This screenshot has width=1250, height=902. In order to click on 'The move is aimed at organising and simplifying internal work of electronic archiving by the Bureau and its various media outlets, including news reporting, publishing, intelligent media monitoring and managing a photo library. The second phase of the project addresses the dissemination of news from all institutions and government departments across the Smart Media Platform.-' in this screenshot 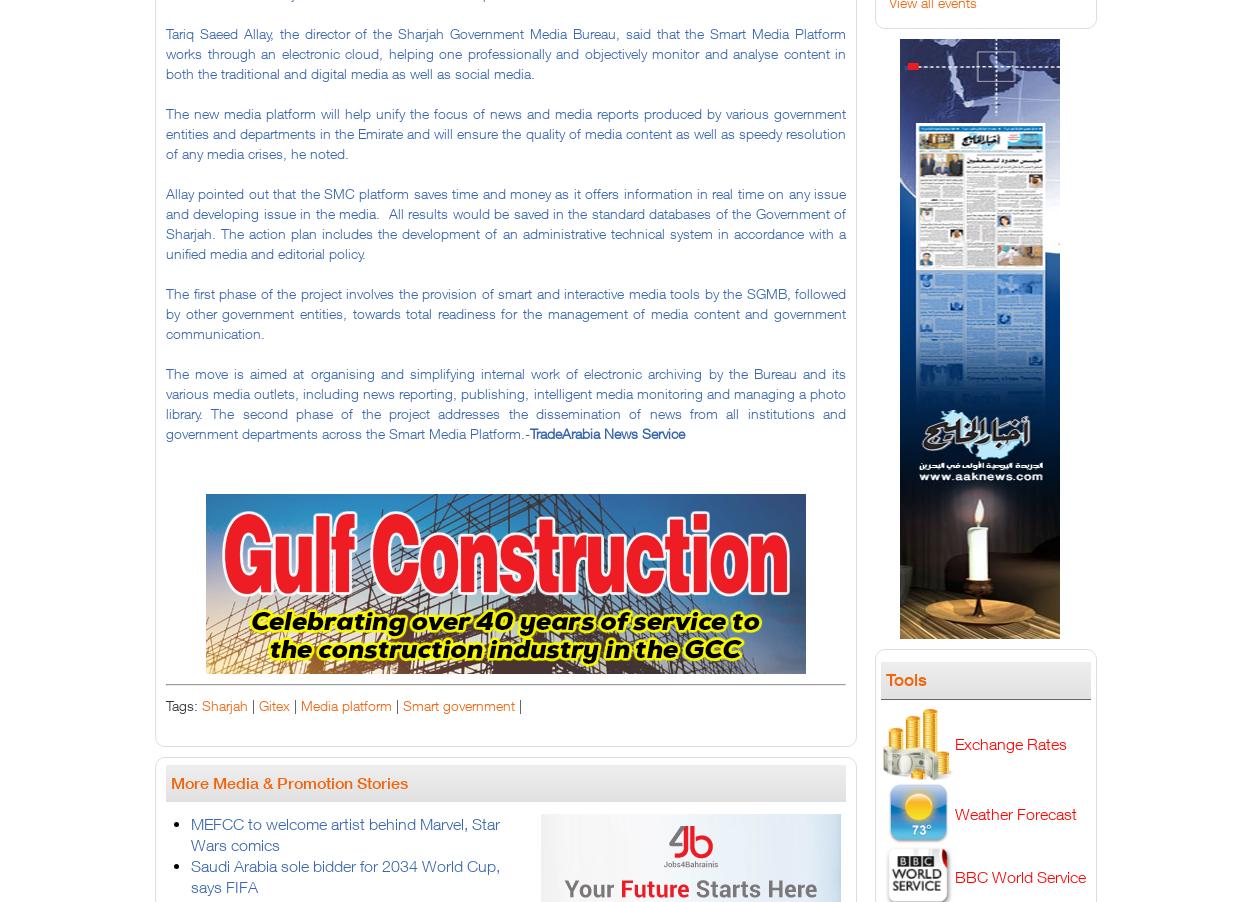, I will do `click(506, 403)`.